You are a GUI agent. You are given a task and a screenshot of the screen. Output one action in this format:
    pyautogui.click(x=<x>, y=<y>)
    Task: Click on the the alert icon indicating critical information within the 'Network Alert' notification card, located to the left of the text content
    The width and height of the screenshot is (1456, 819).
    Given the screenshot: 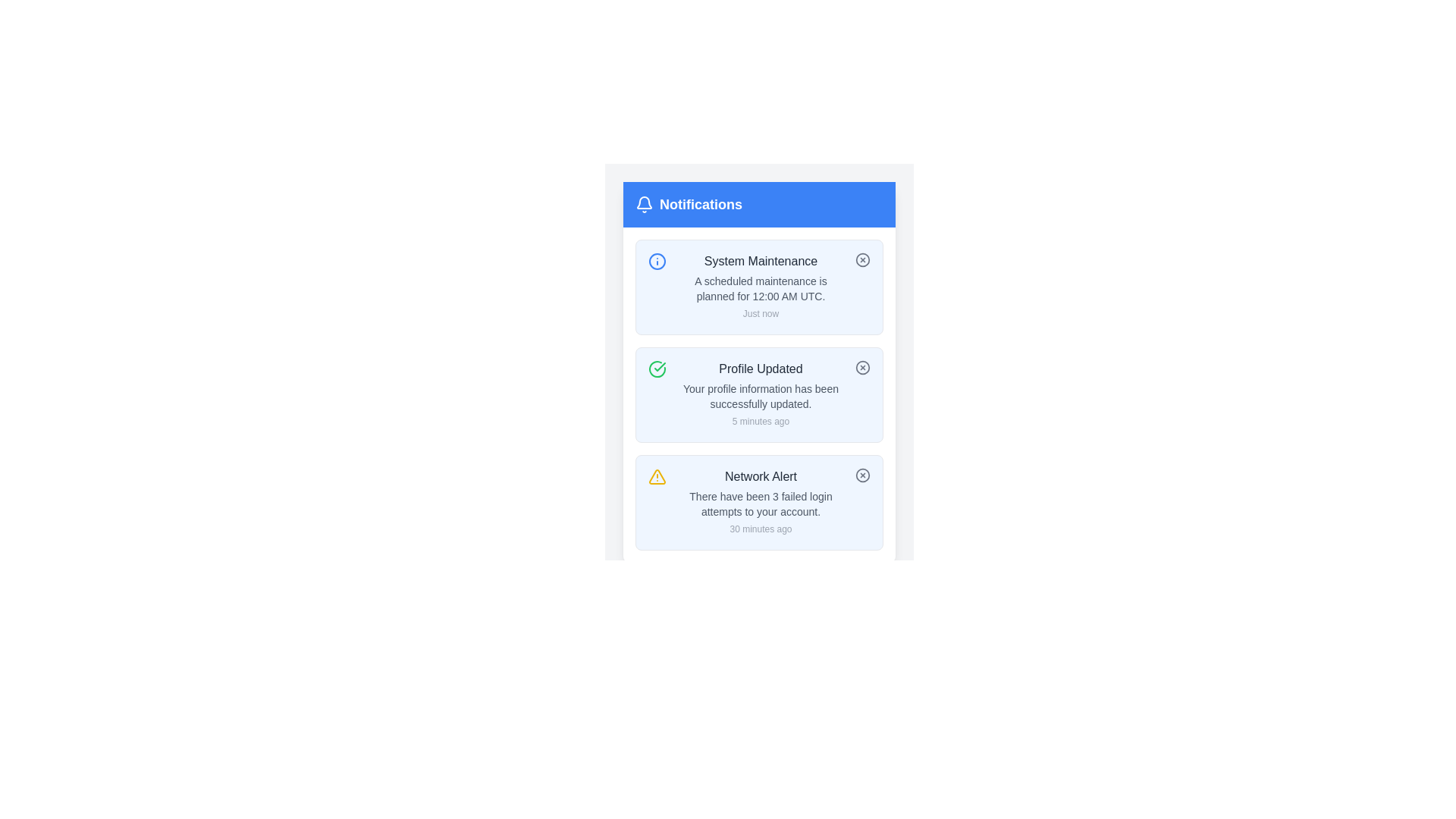 What is the action you would take?
    pyautogui.click(x=657, y=475)
    